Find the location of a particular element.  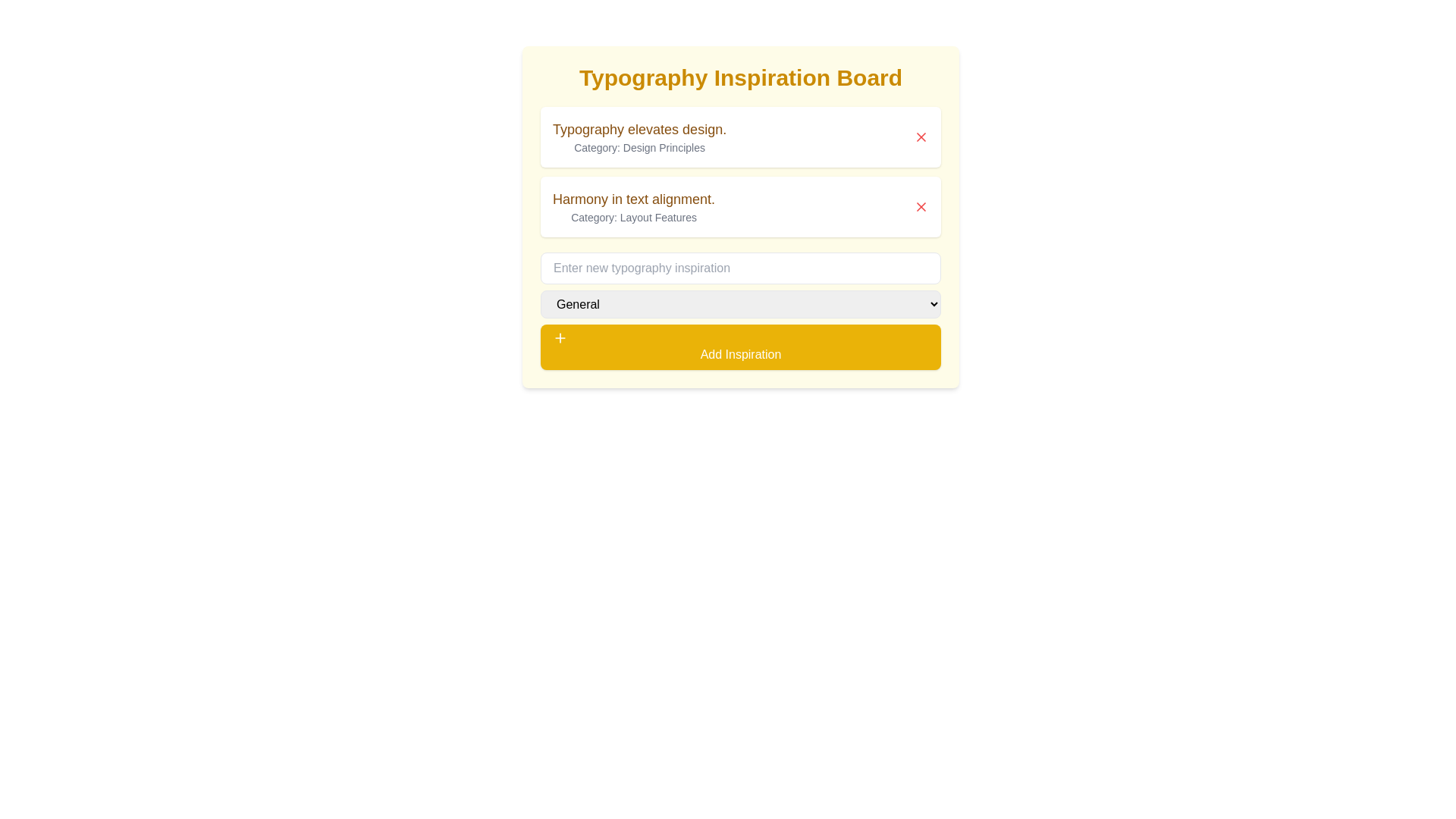

the delete or close button located at the top-right corner of the card detailing 'Typography elevates design.' is located at coordinates (920, 137).